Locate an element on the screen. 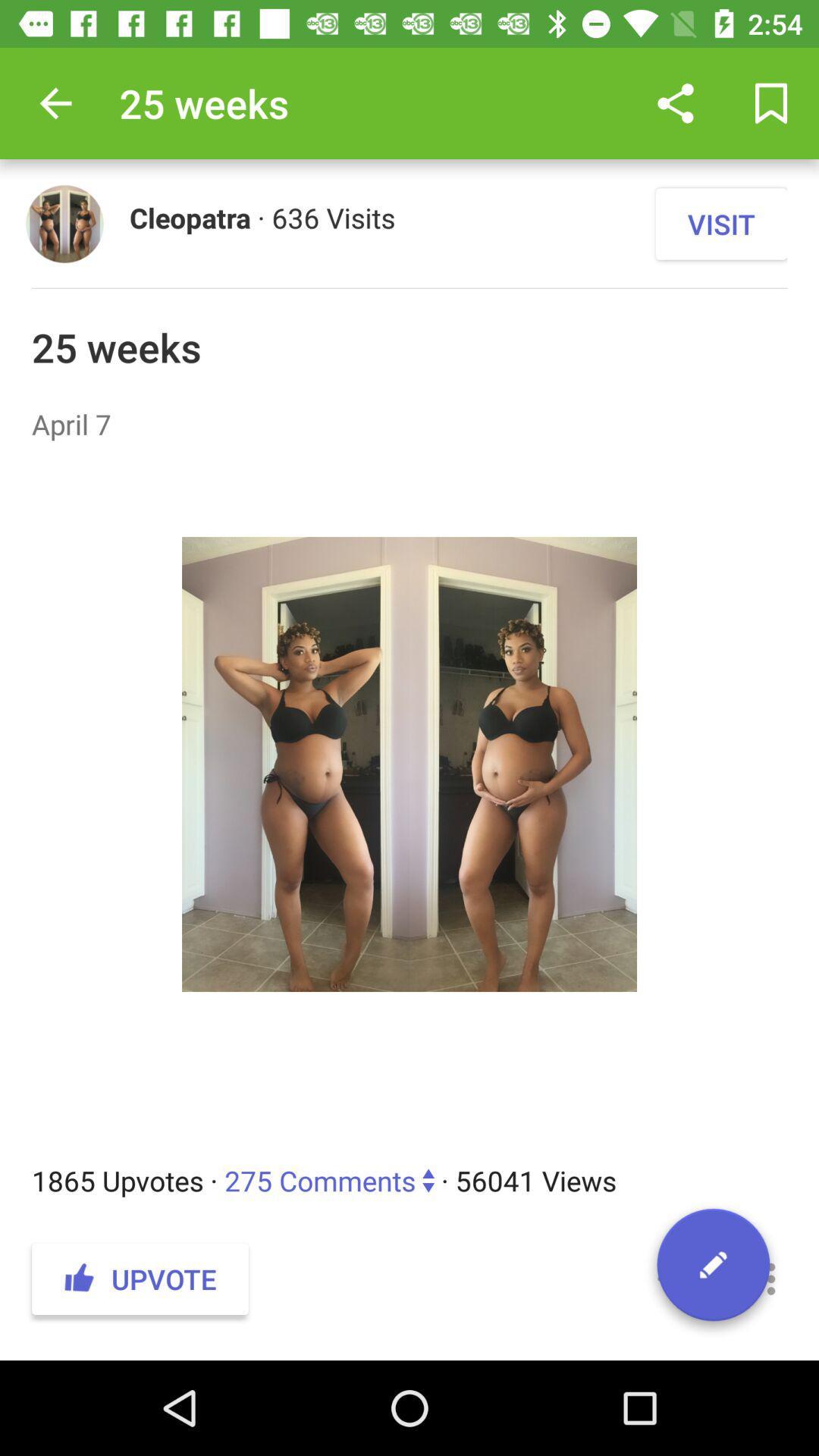 The image size is (819, 1456). icon to the right of the upvote item is located at coordinates (675, 1278).